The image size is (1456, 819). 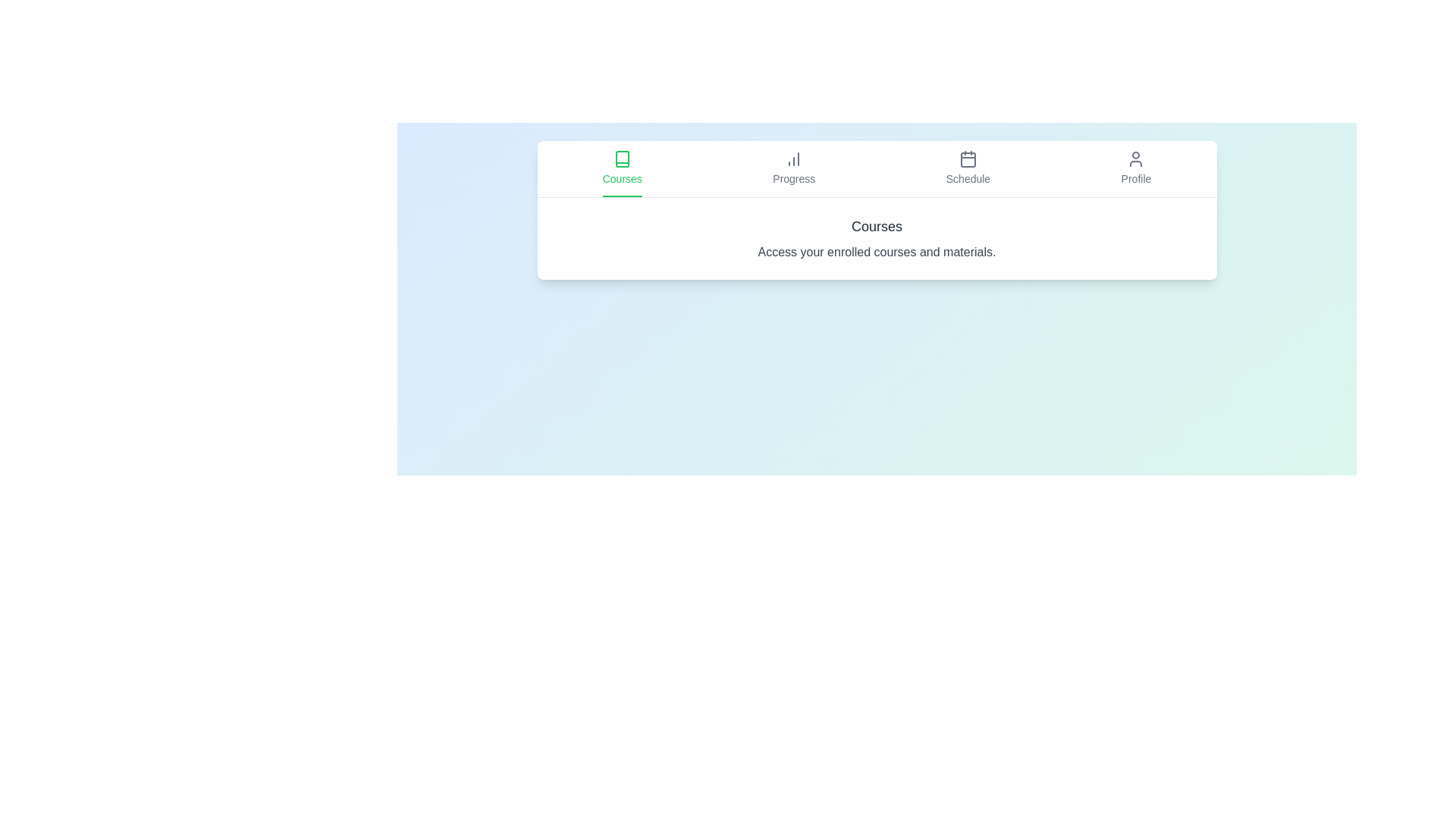 I want to click on the tab labeled Courses, so click(x=622, y=169).